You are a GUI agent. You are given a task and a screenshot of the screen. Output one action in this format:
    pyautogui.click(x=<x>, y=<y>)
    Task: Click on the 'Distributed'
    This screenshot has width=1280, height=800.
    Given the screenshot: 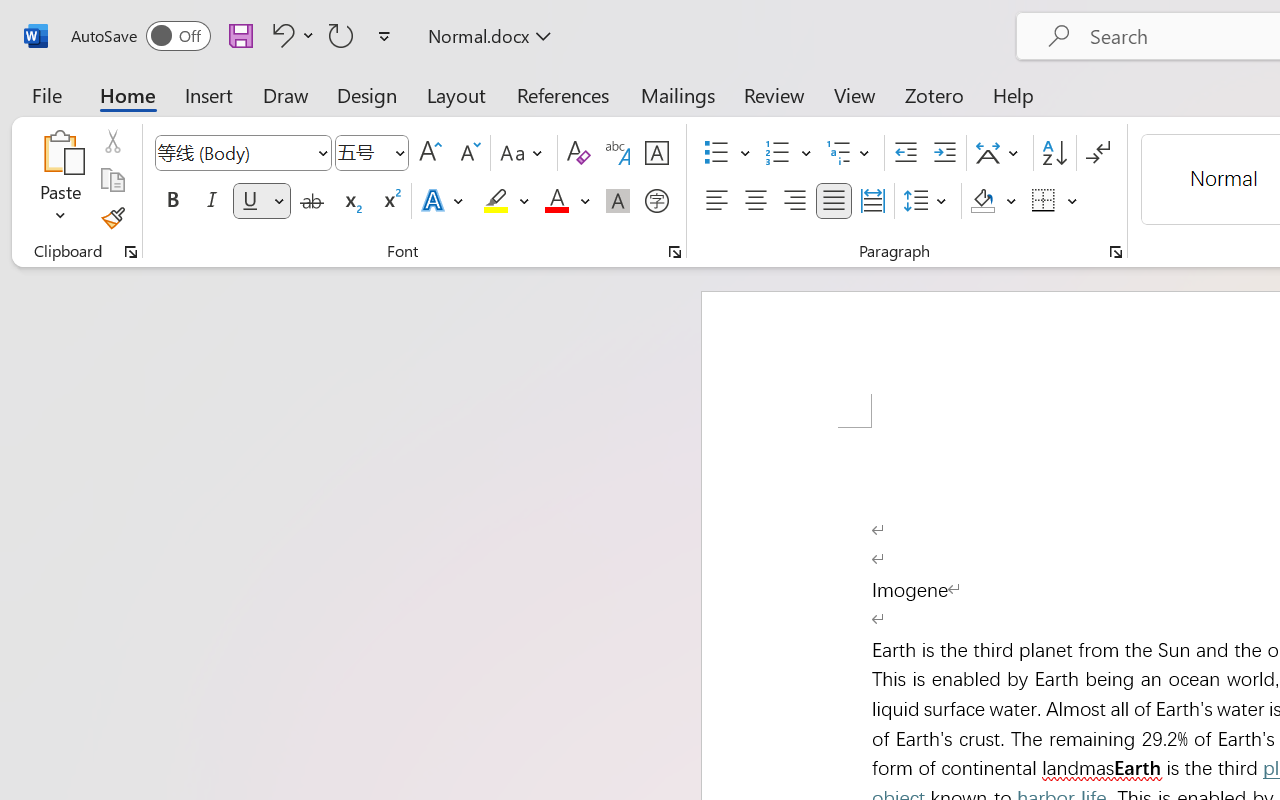 What is the action you would take?
    pyautogui.click(x=872, y=201)
    